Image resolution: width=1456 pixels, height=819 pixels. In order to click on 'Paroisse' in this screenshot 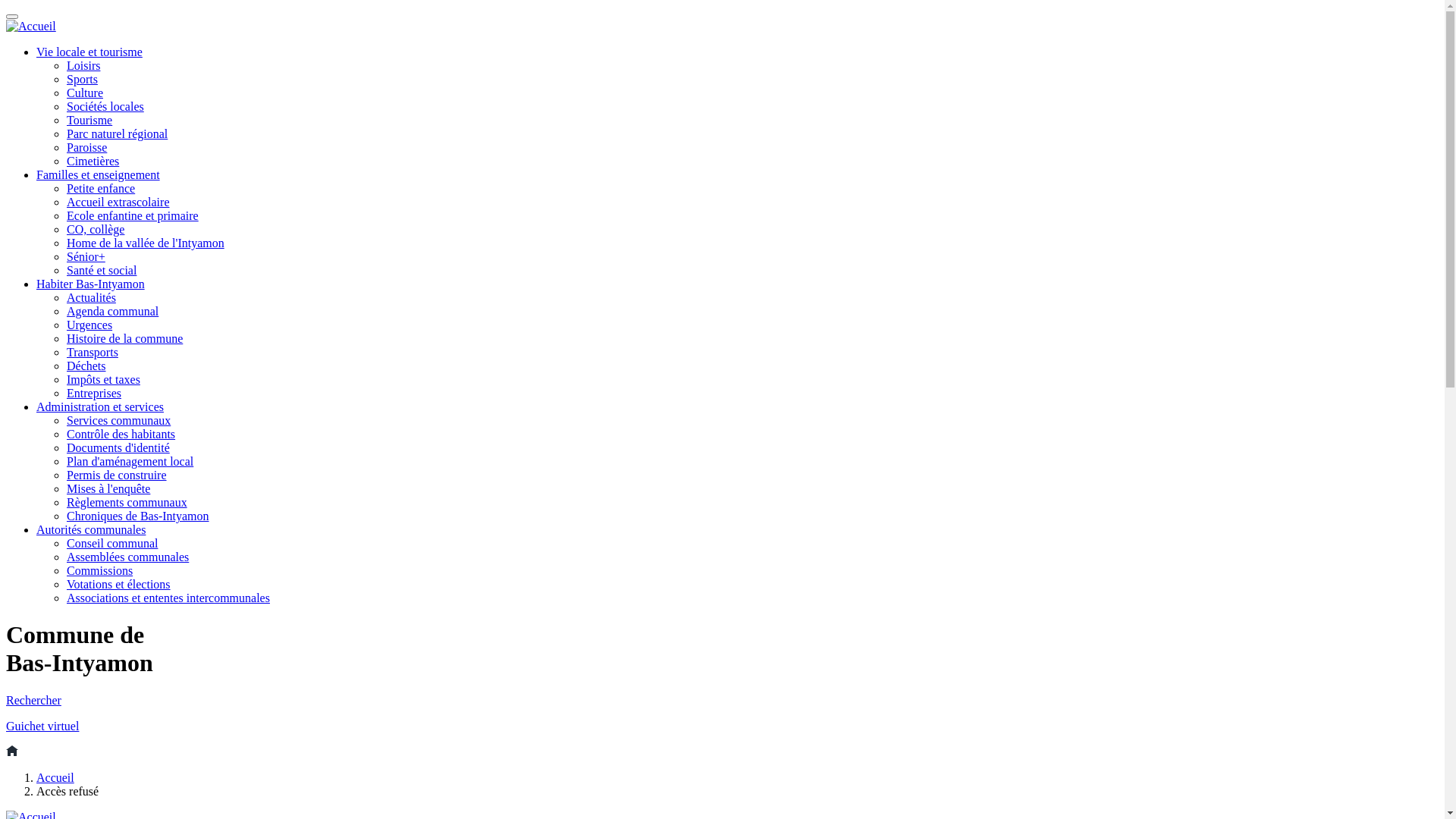, I will do `click(86, 147)`.